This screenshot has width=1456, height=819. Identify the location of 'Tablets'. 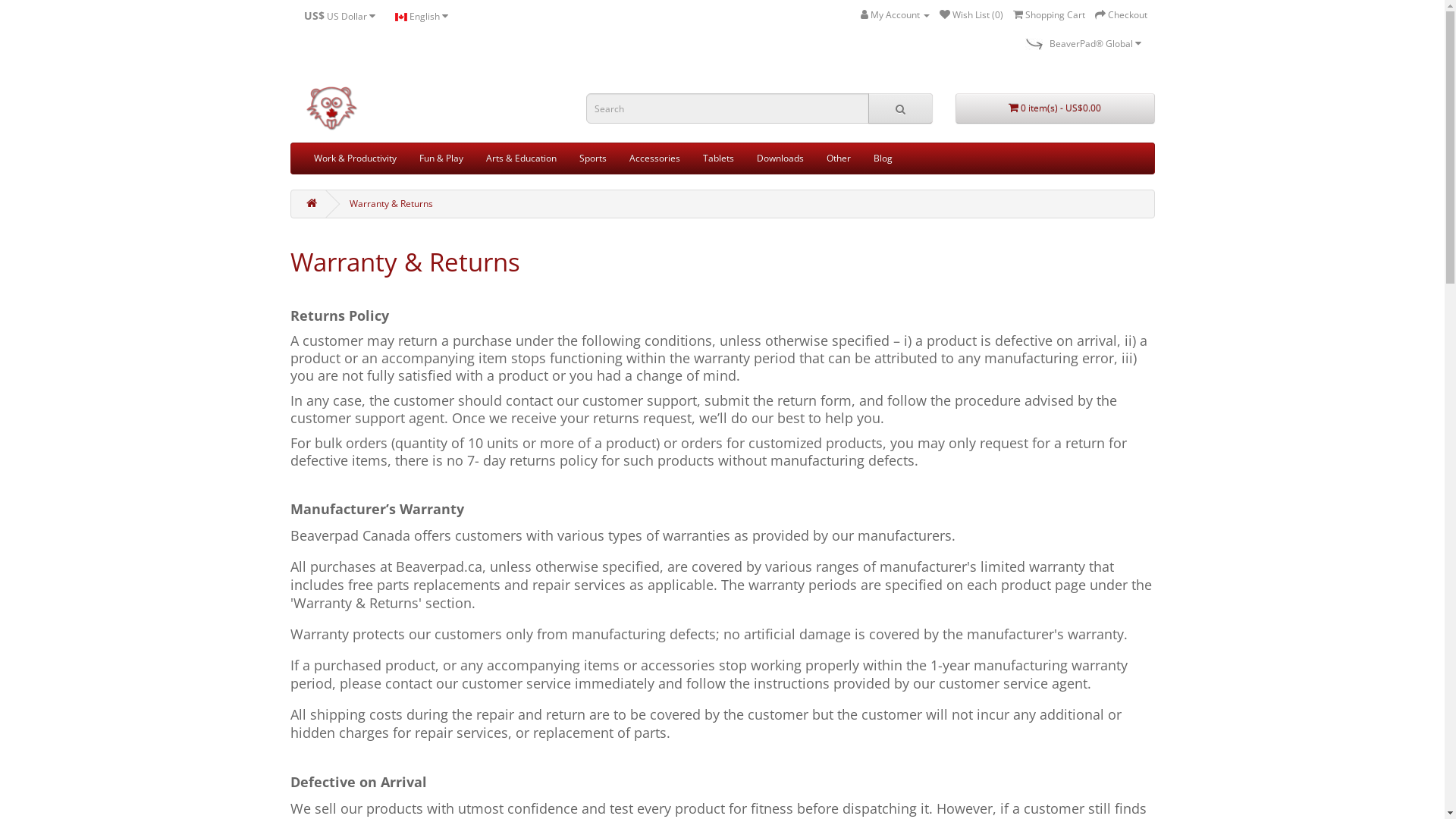
(717, 158).